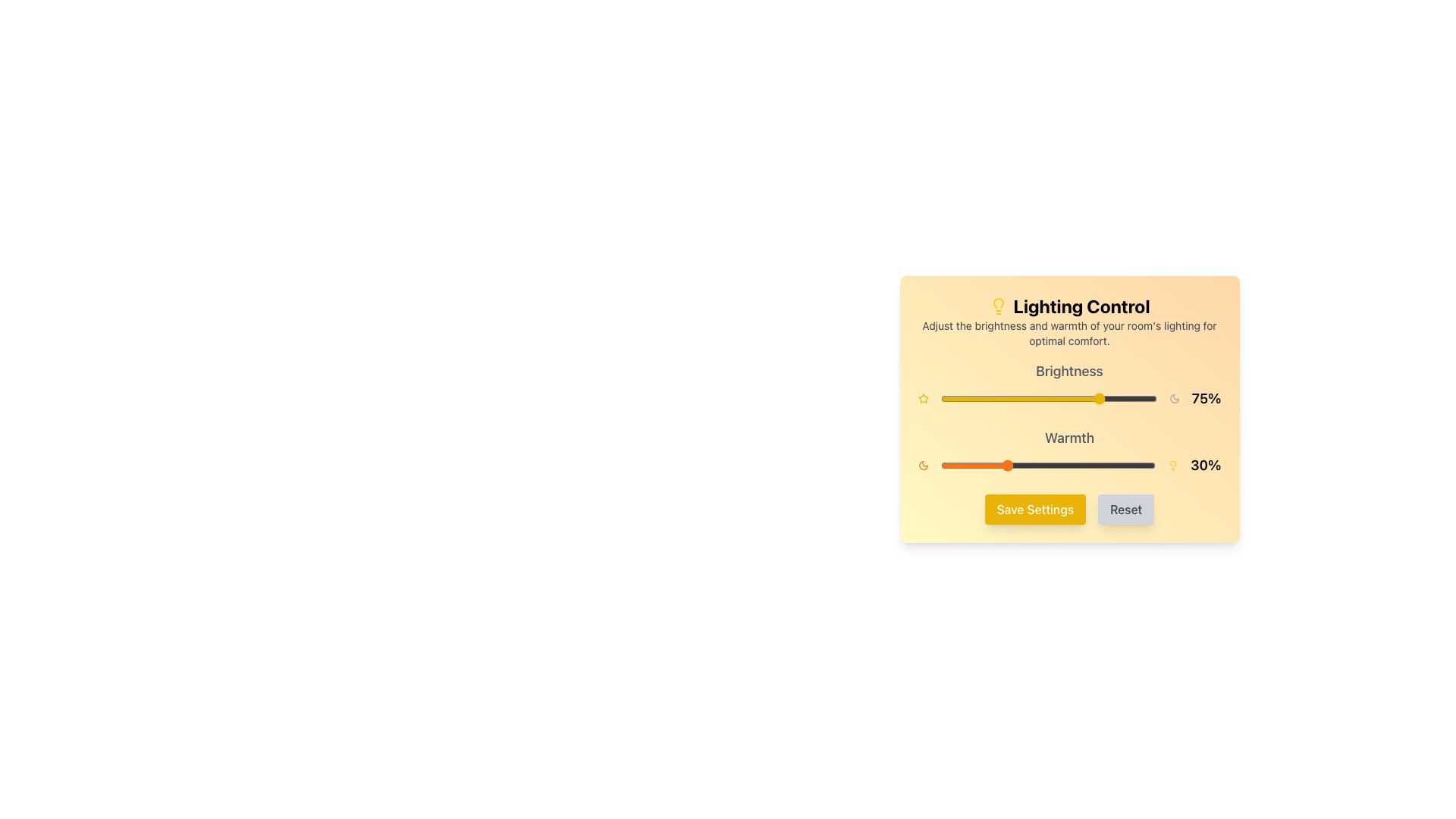 This screenshot has height=819, width=1456. I want to click on warmth, so click(1115, 464).